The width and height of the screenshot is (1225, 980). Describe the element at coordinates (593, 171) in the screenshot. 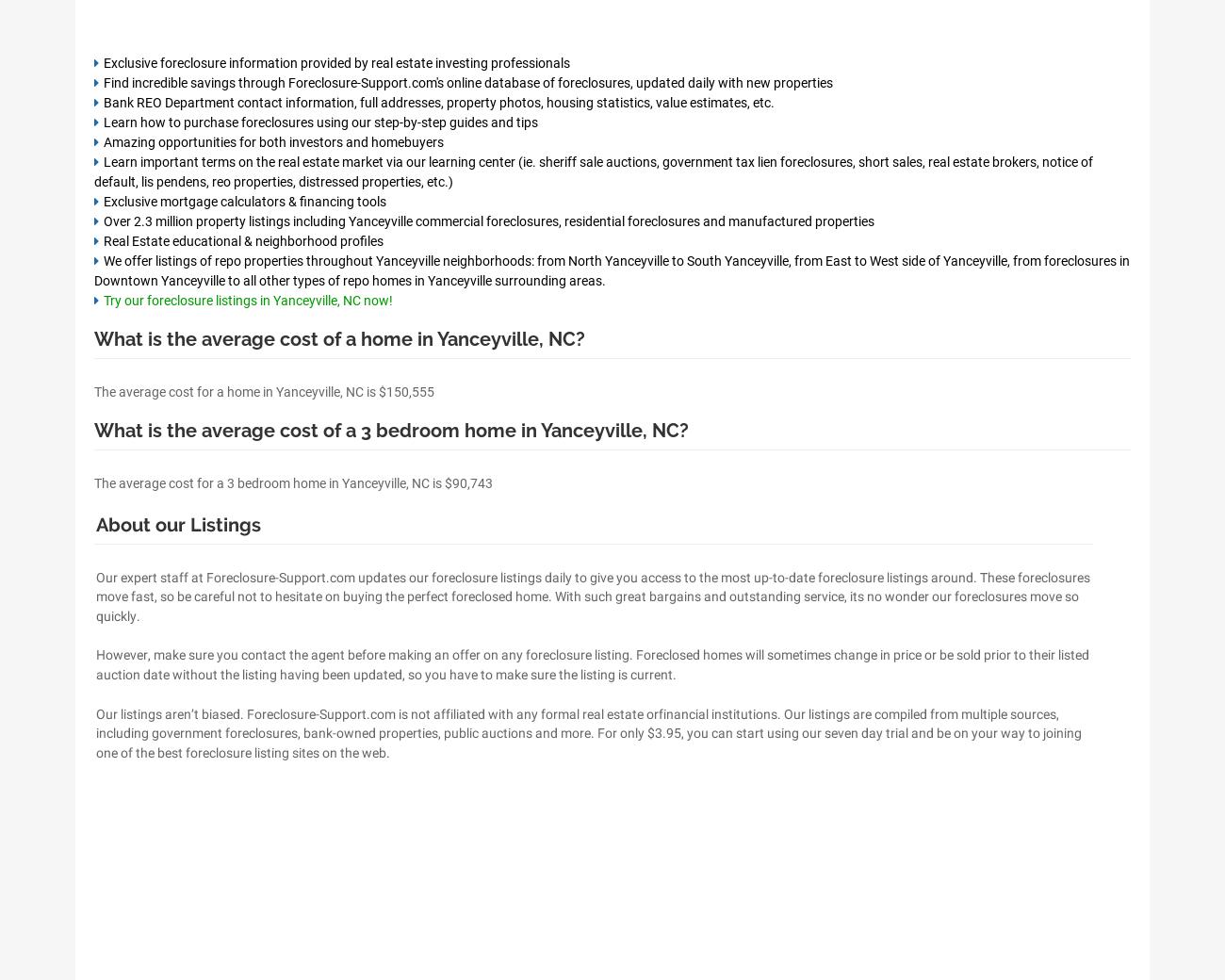

I see `'Learn important terms on the real estate market via our learning center (ie. sheriff sale auctions, government tax lien foreclosures, short sales, real estate brokers, notice of default, lis pendens, reo properties, distressed properties, etc.)'` at that location.